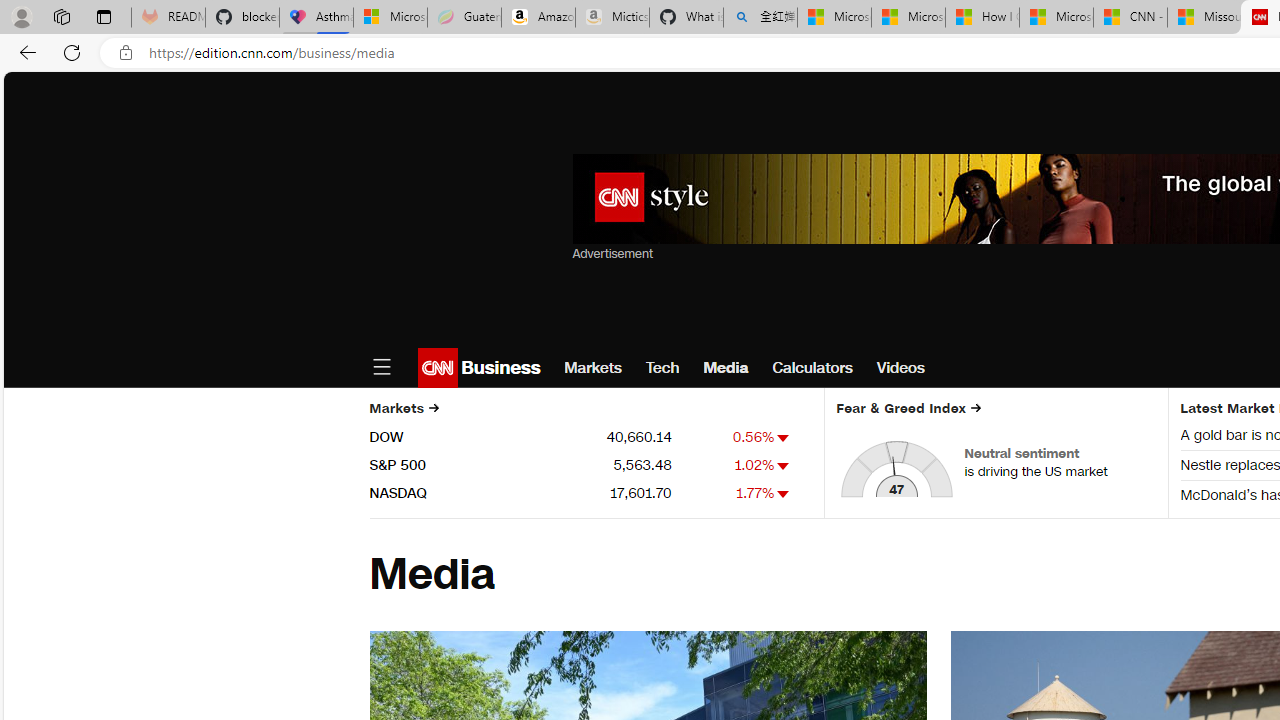 The image size is (1280, 720). What do you see at coordinates (381, 367) in the screenshot?
I see `'Open Menu Icon'` at bounding box center [381, 367].